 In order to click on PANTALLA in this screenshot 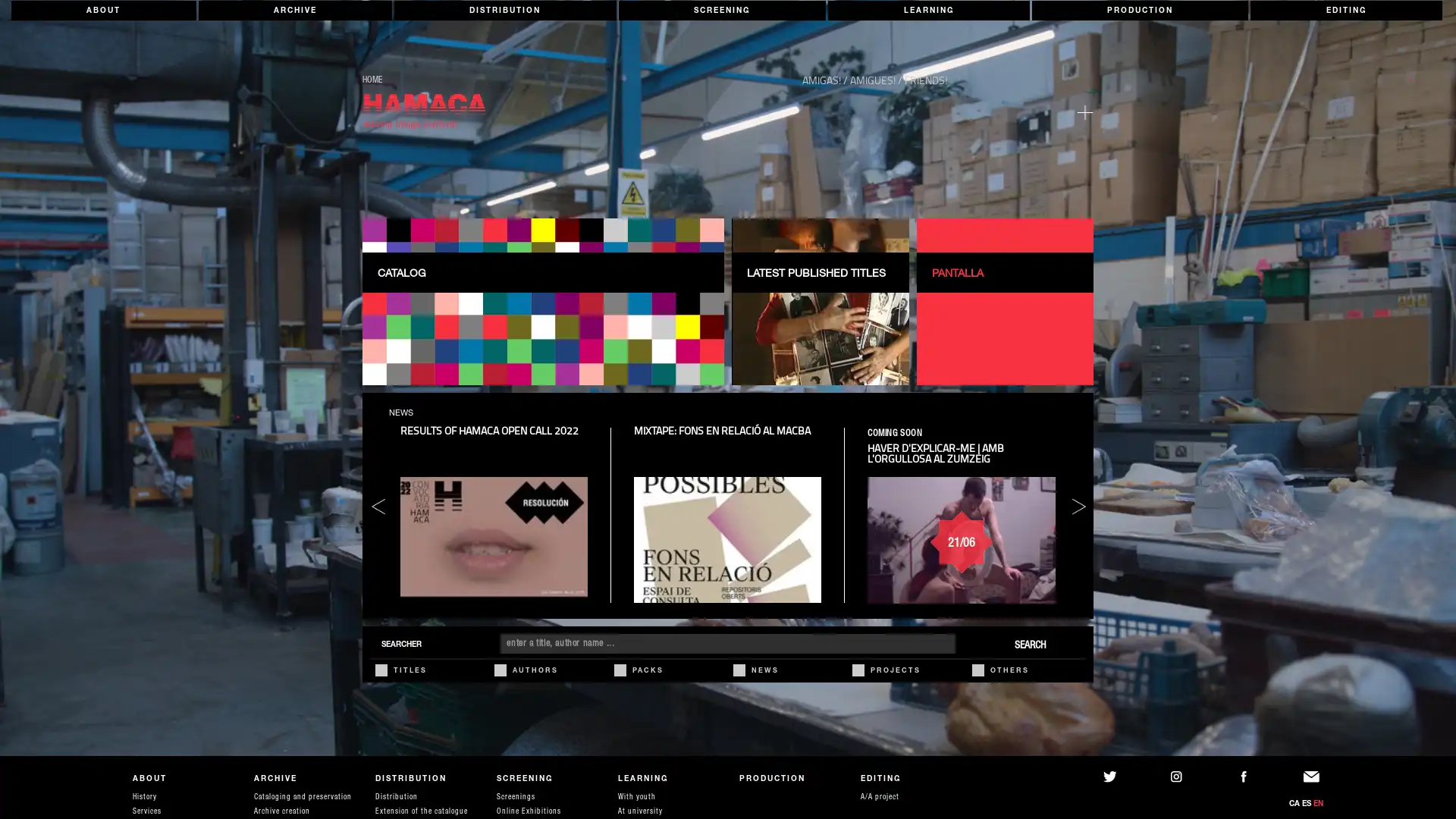, I will do `click(1004, 301)`.